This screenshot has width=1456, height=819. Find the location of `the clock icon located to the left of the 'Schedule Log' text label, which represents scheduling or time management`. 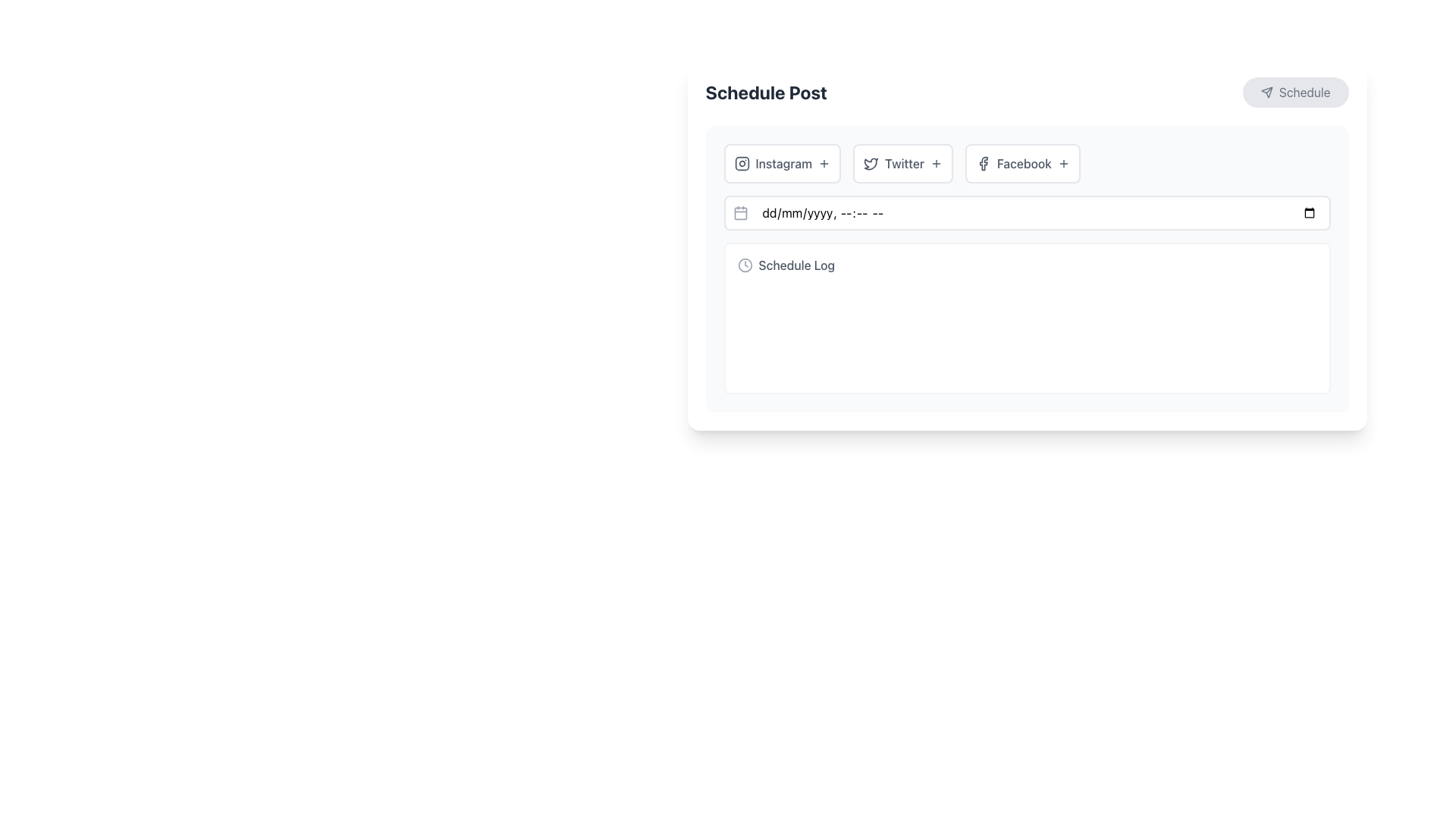

the clock icon located to the left of the 'Schedule Log' text label, which represents scheduling or time management is located at coordinates (745, 265).